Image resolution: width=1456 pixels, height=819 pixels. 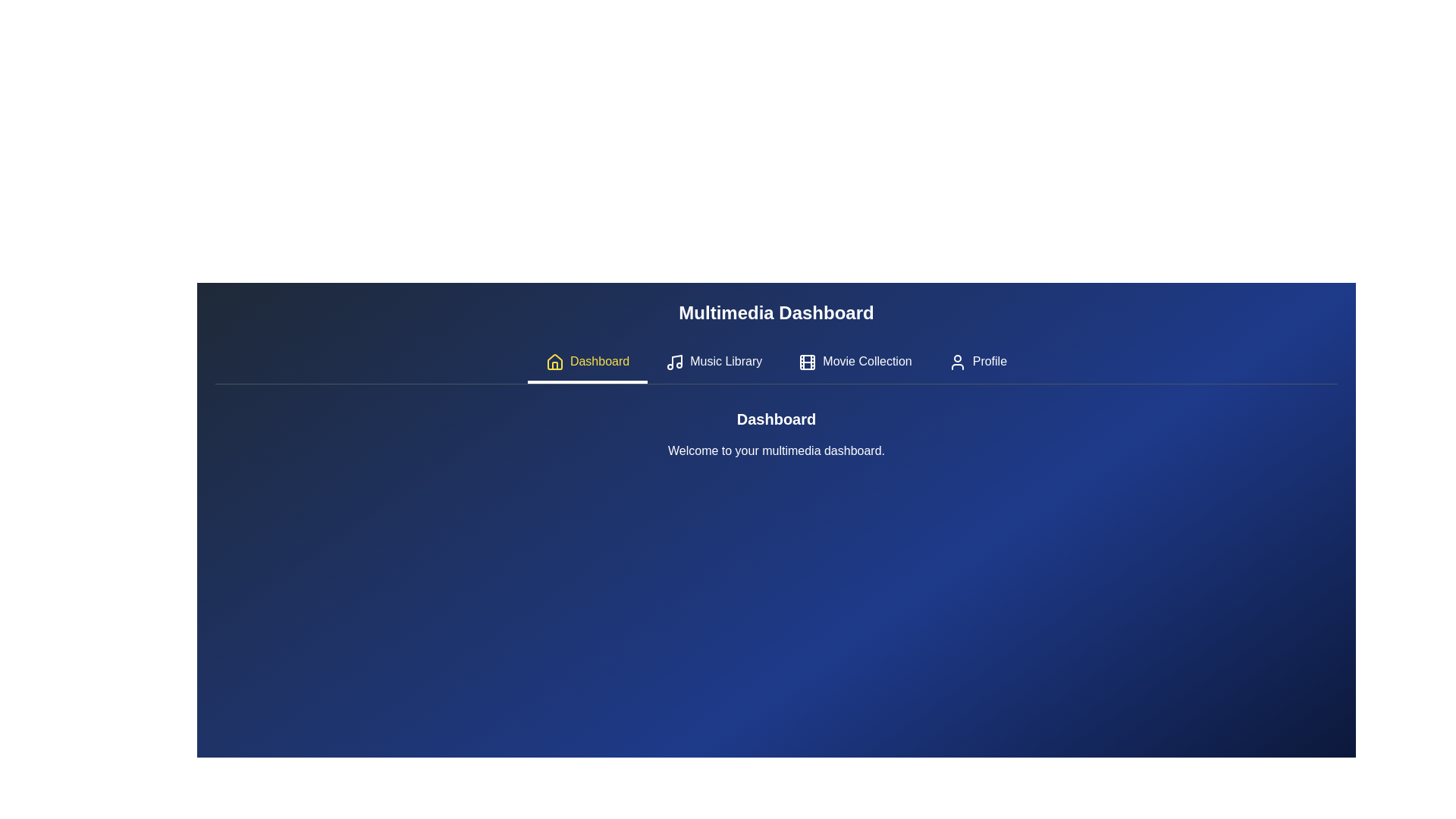 I want to click on the tab labeled Profile to activate it, so click(x=977, y=362).